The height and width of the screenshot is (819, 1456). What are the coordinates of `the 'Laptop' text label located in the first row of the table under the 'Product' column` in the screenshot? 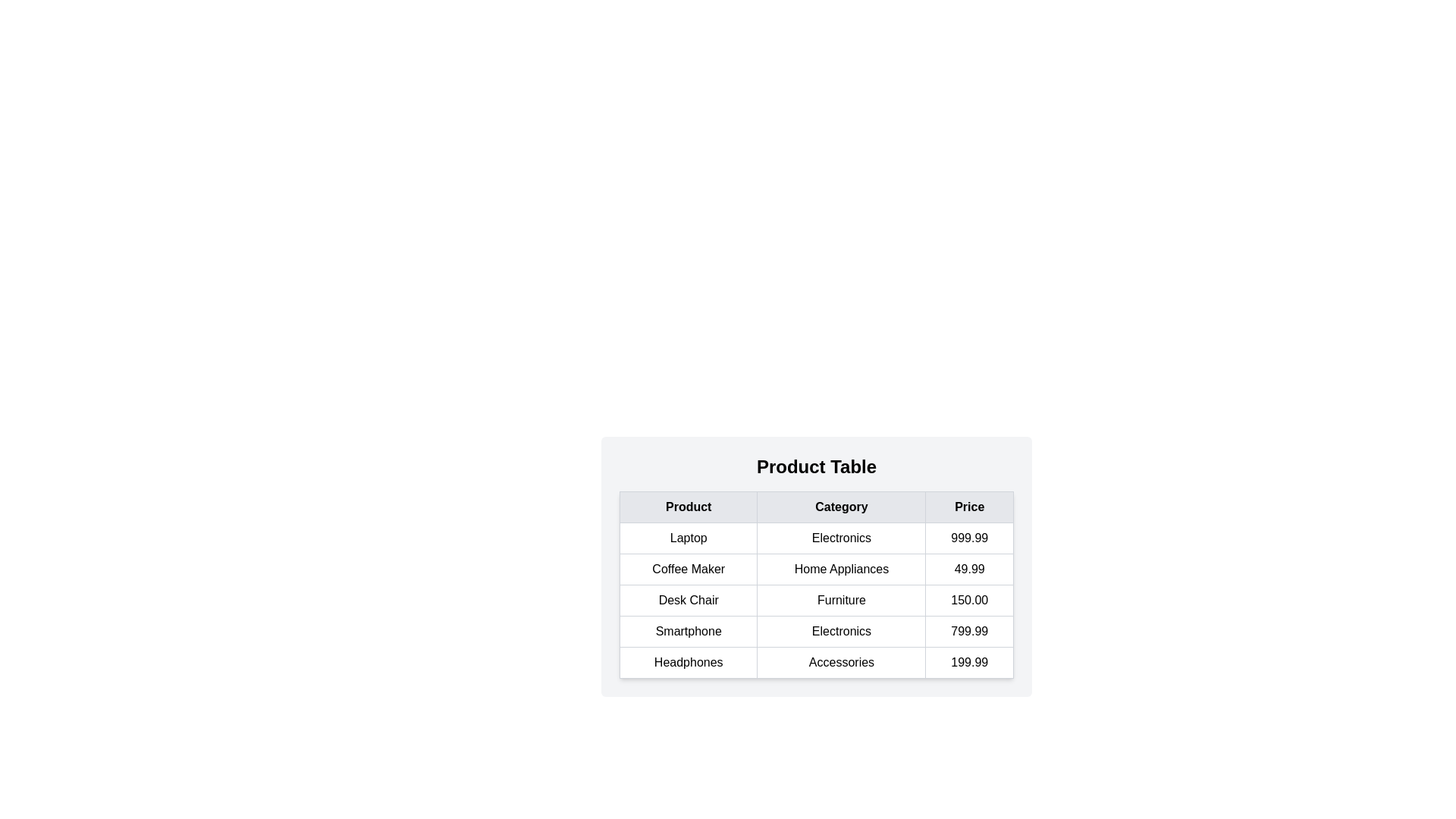 It's located at (688, 537).